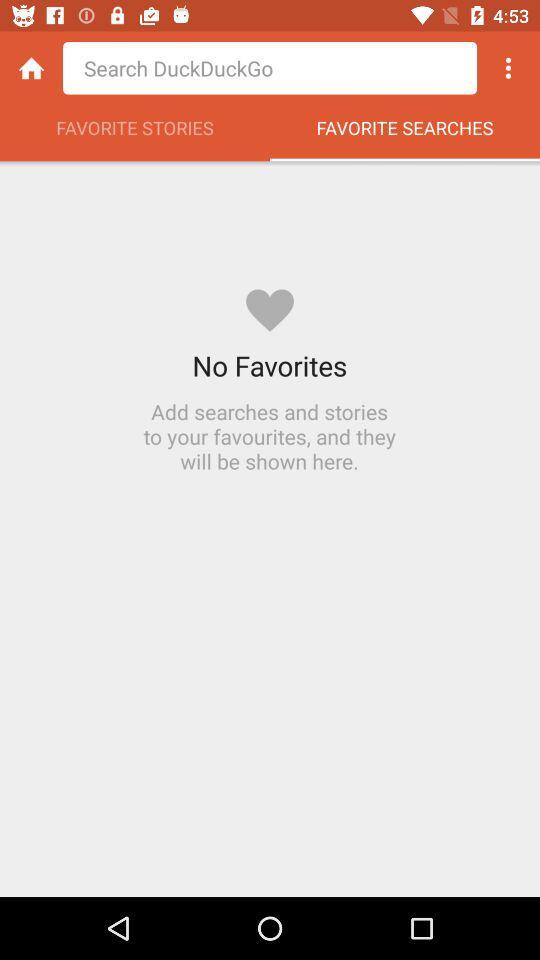  I want to click on go home, so click(30, 68).